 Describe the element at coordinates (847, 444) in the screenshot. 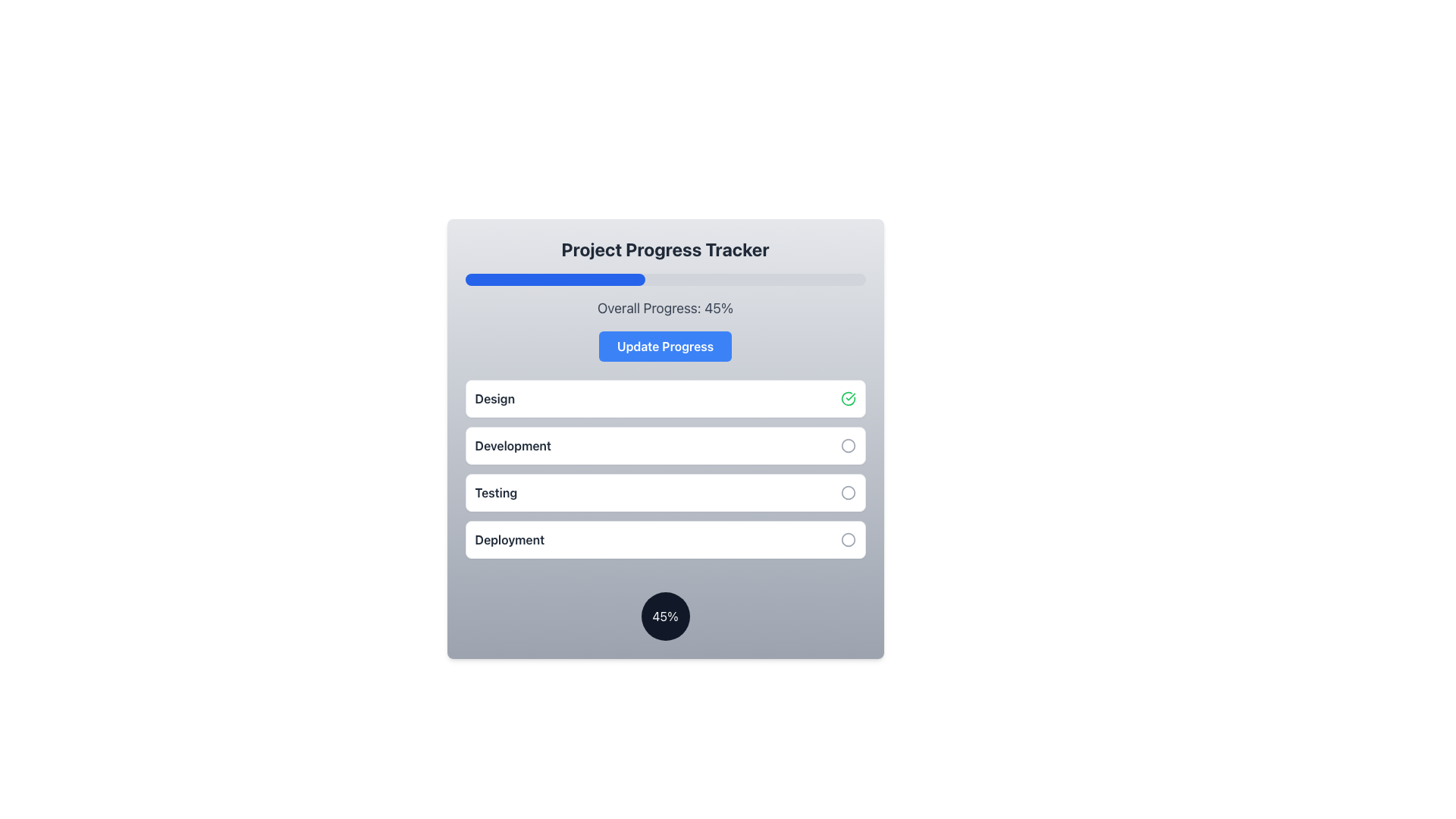

I see `the Circular SVG icon indicating the status associated with the 'Development' label, which is the second item in the vertical list of project statuses` at that location.